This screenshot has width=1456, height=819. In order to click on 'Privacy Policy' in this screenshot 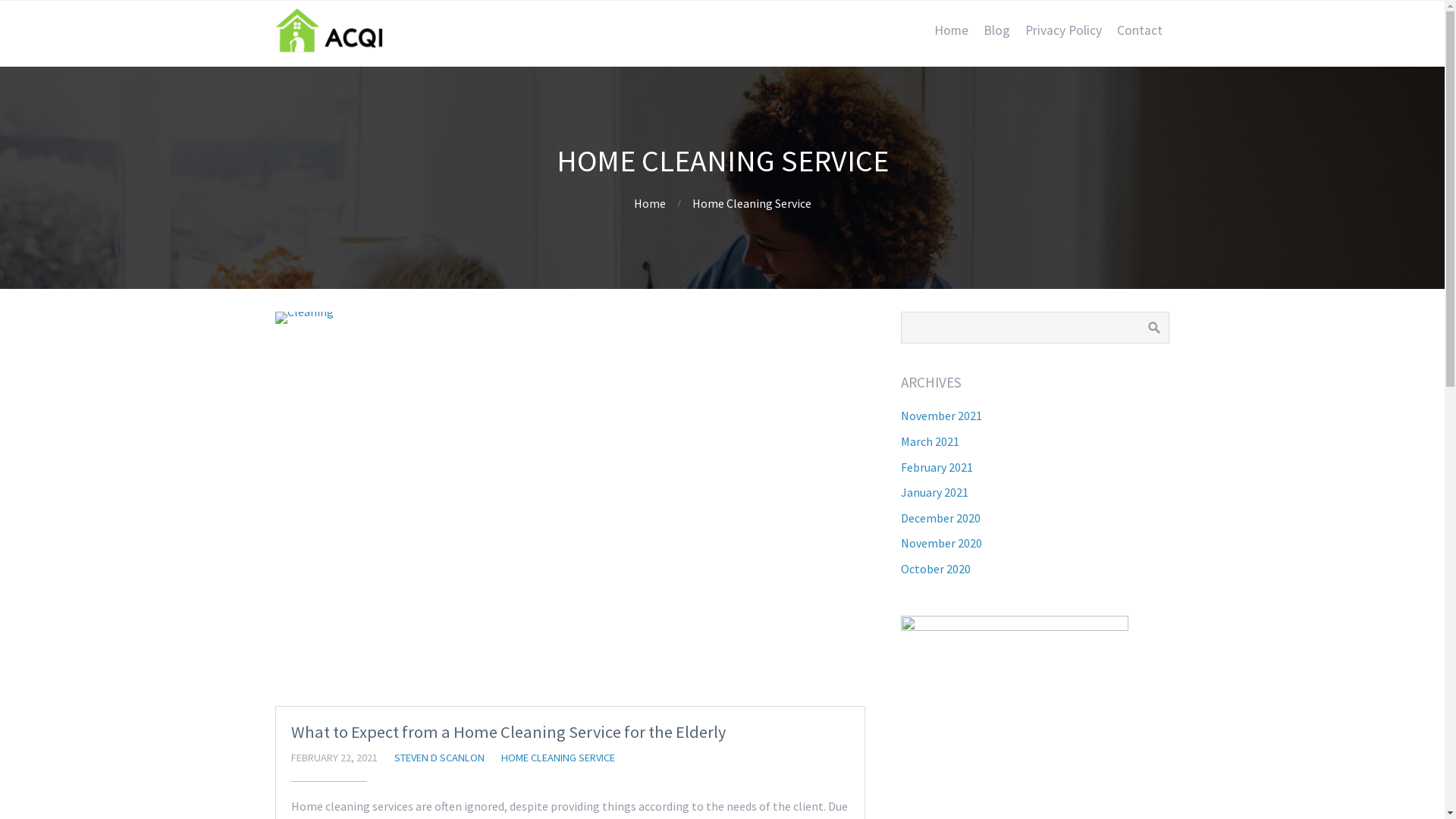, I will do `click(1018, 30)`.